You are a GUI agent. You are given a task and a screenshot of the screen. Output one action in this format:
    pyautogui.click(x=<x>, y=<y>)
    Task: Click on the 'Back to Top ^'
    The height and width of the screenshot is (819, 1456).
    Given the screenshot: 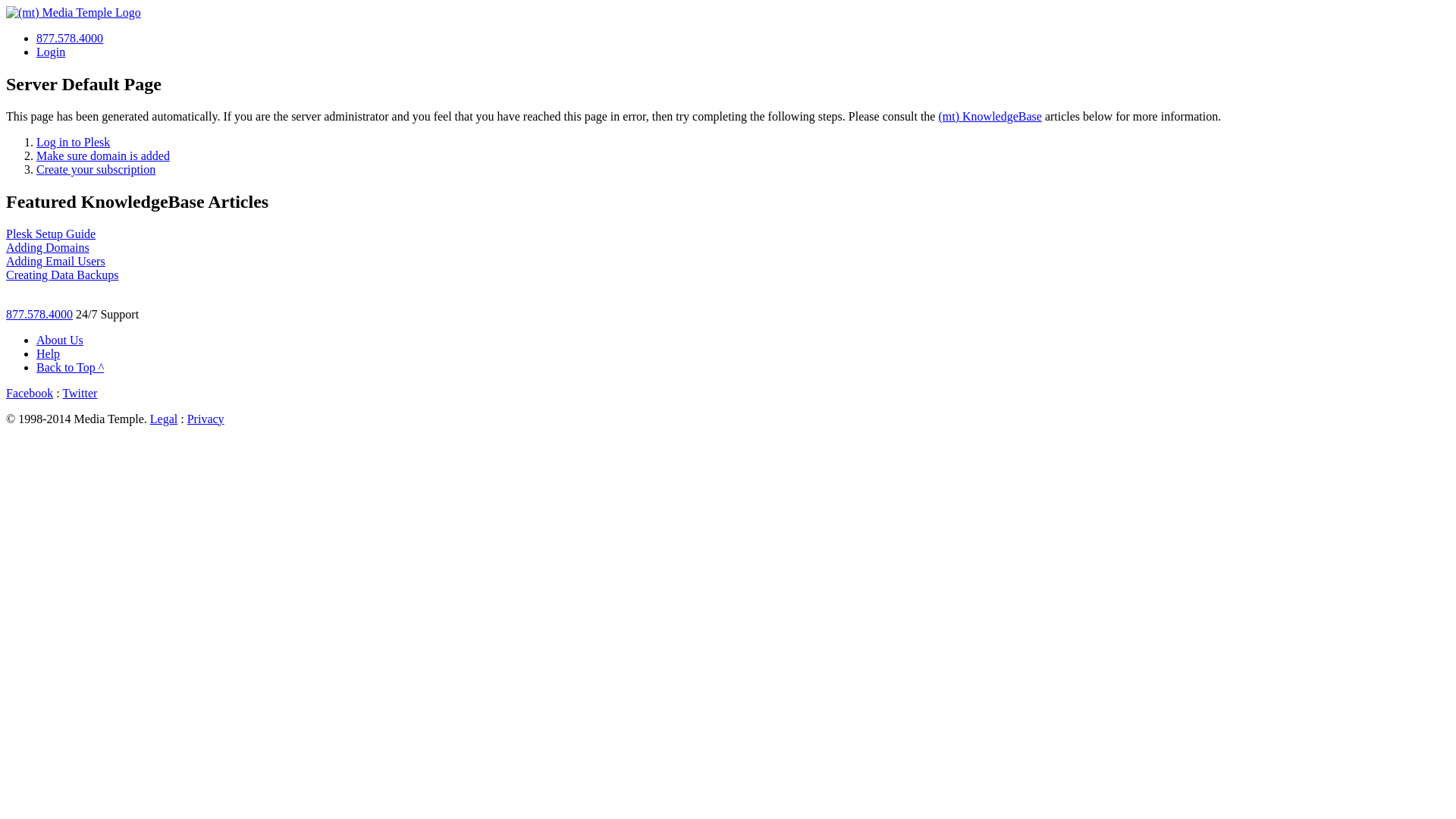 What is the action you would take?
    pyautogui.click(x=36, y=367)
    